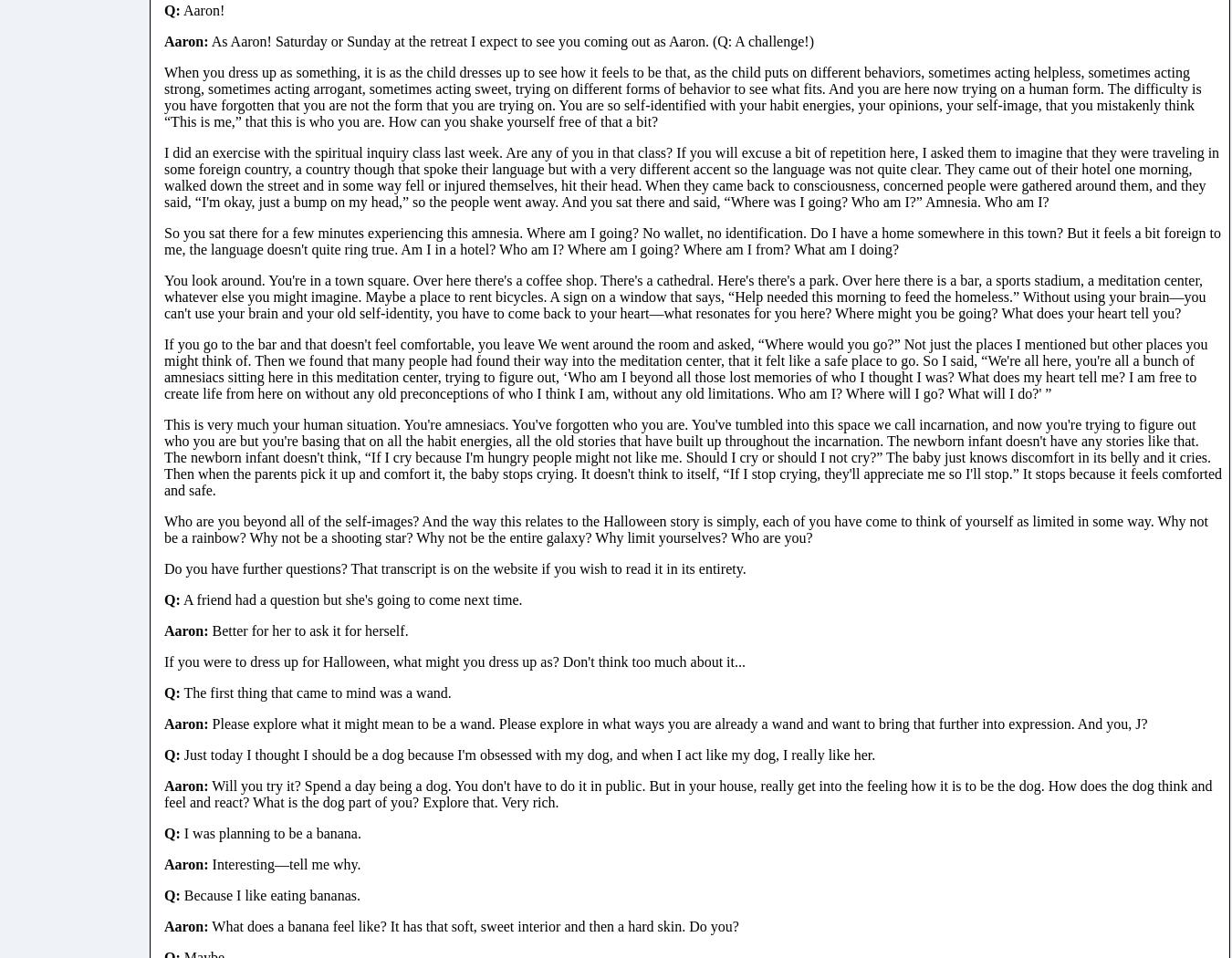 Image resolution: width=1232 pixels, height=958 pixels. Describe the element at coordinates (163, 296) in the screenshot. I see `'You look around. You're in a town square. Over here there's a coffee shop. There's a cathedral. Here's there's a park. Over here there is a bar, a sports stadium, a meditation center, whatever else you might imagine. Maybe a place to rent bicycles. A sign on a window that says, “Help needed this morning to feed the homeless.” Without using your brain—you can't use your brain and your old self-identity, you have to come back to your heart—what resonates for you here? Where might you be going? What does your heart tell you?'` at that location.